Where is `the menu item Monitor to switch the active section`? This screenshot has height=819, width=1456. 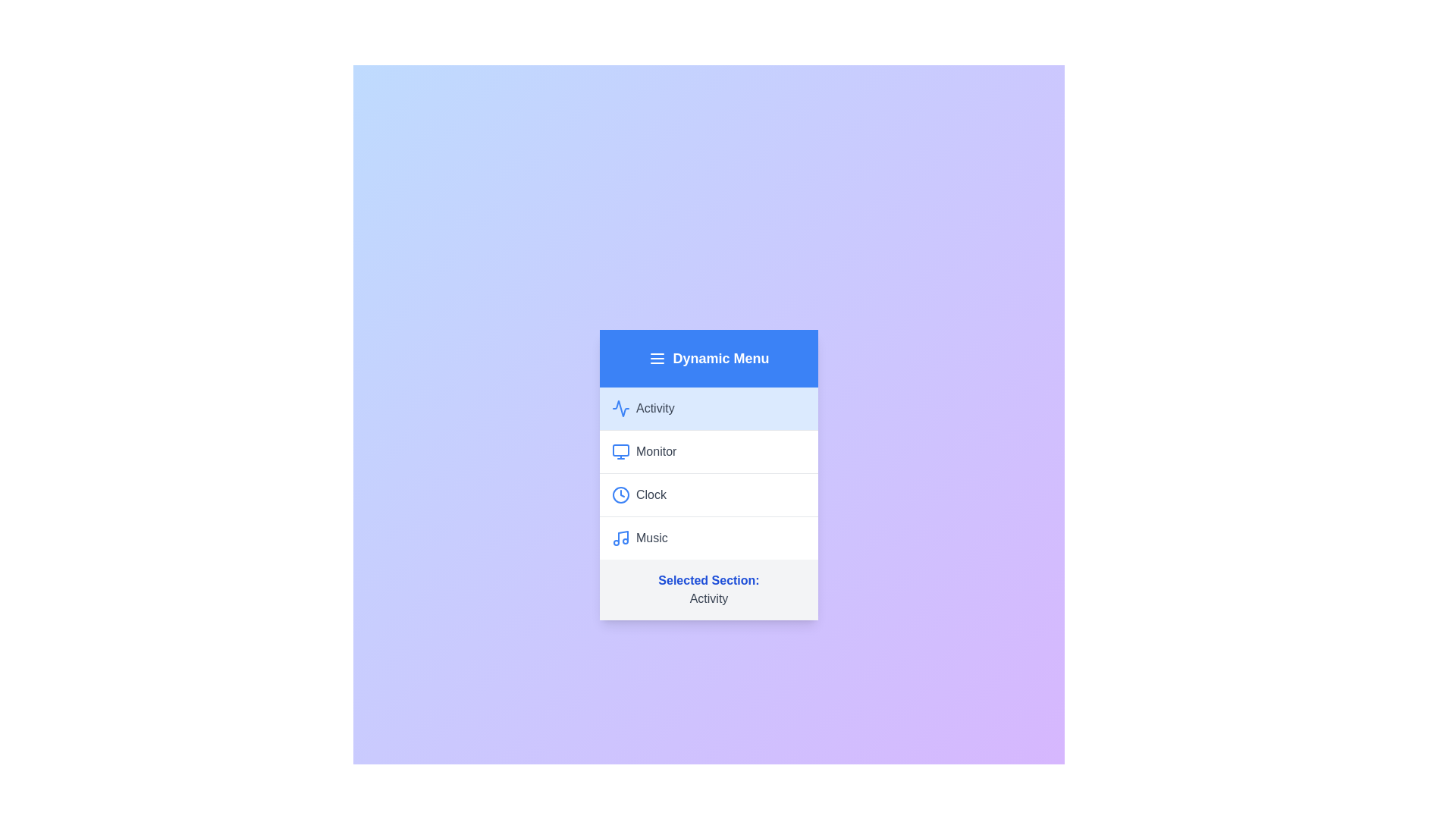 the menu item Monitor to switch the active section is located at coordinates (708, 450).